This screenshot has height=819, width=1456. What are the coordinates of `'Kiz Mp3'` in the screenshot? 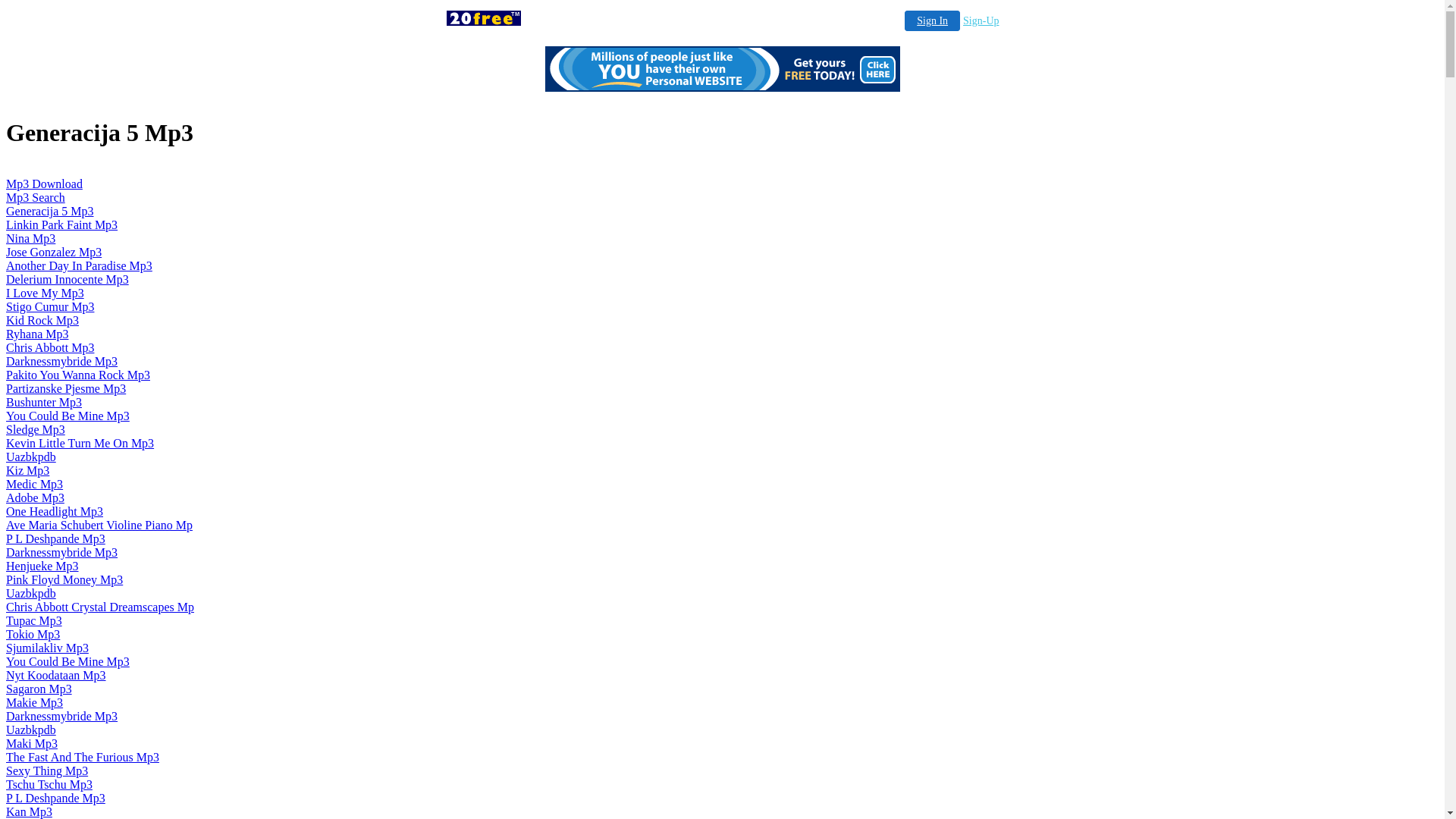 It's located at (27, 469).